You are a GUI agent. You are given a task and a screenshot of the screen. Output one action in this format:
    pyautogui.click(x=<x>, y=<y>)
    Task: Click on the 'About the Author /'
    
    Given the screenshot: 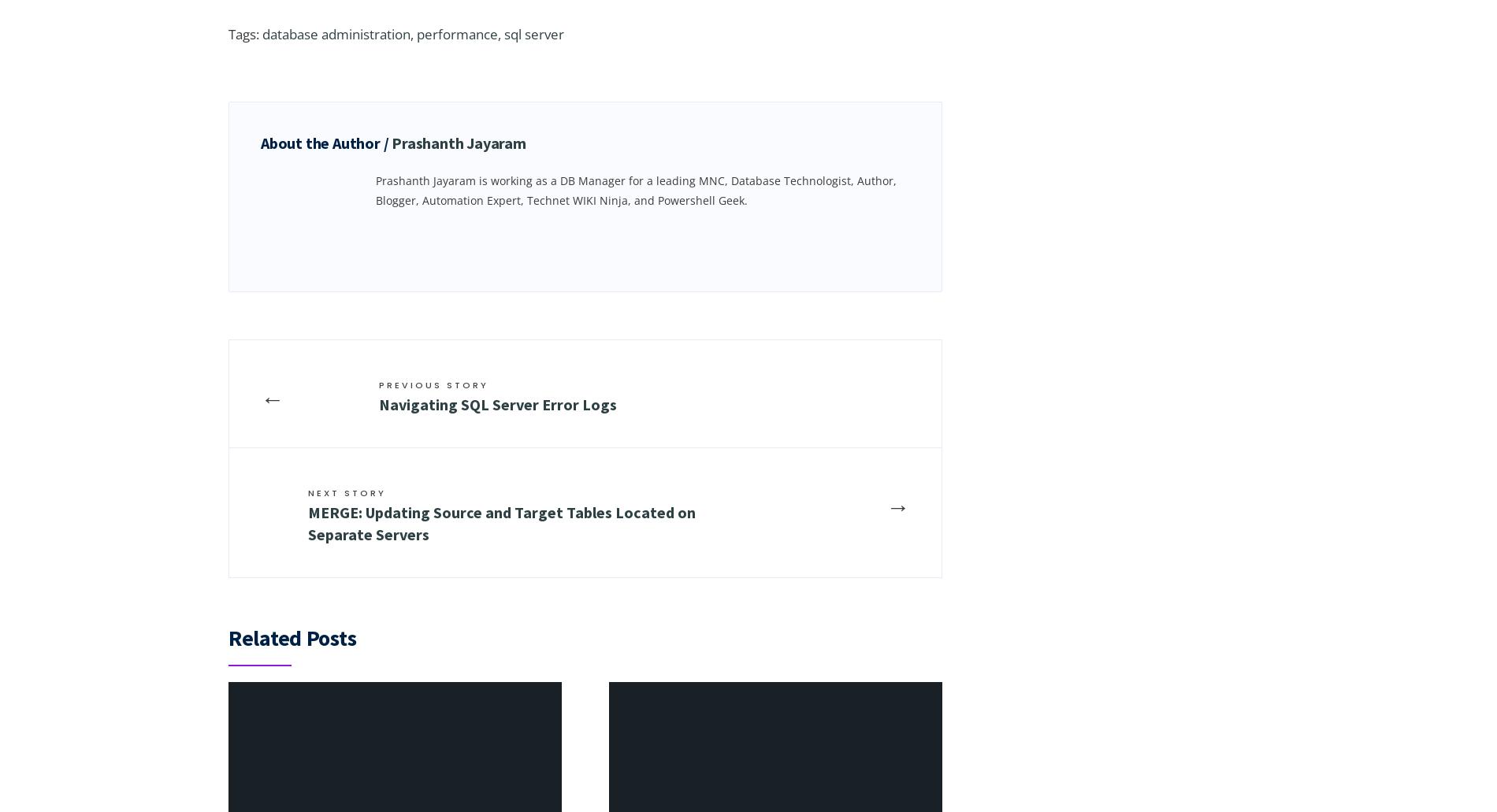 What is the action you would take?
    pyautogui.click(x=325, y=142)
    